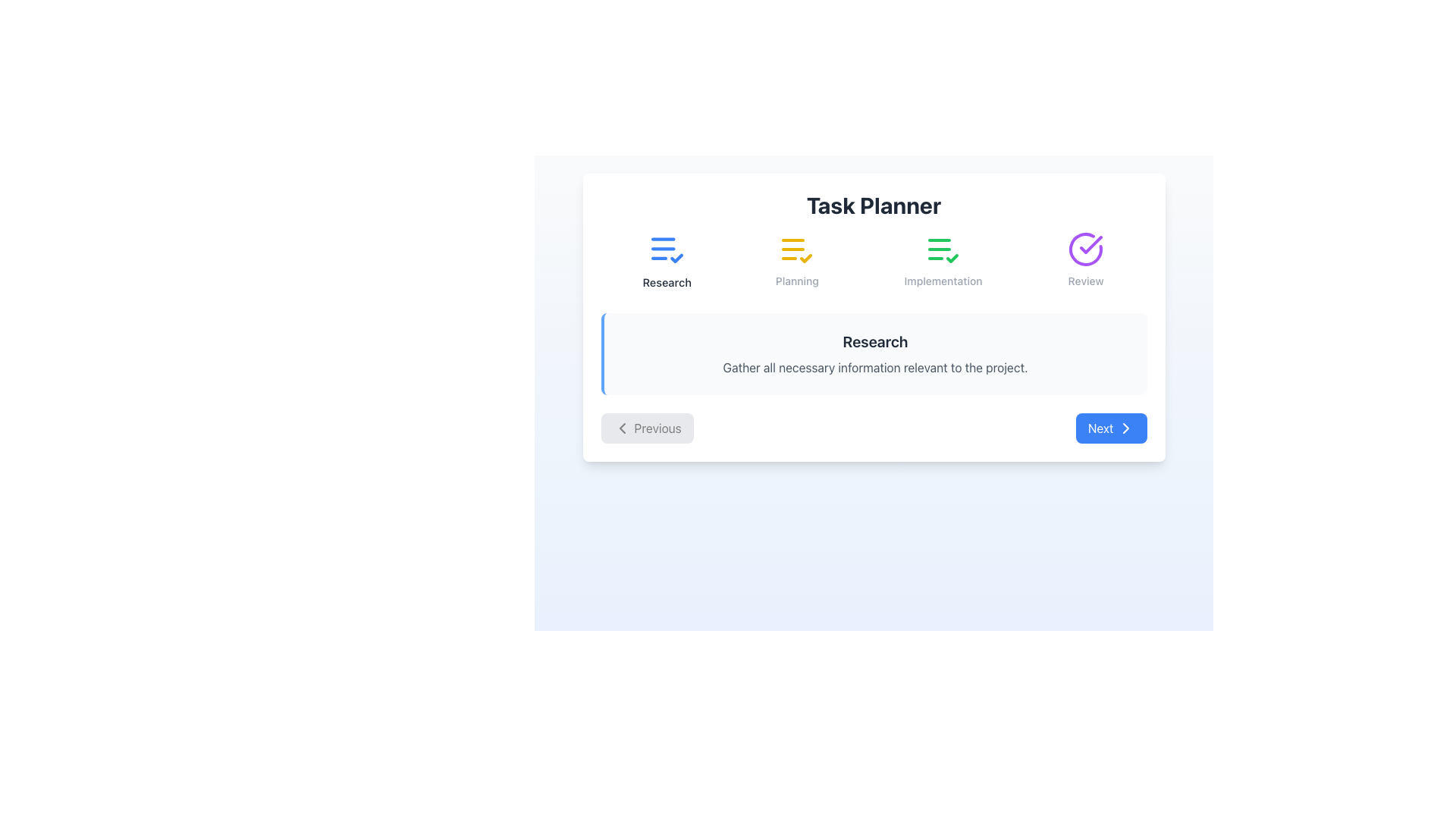  What do you see at coordinates (1085, 248) in the screenshot?
I see `the circular icon featuring a checkmark in purple stroke located in the 'Review' section of the task navigation bar` at bounding box center [1085, 248].